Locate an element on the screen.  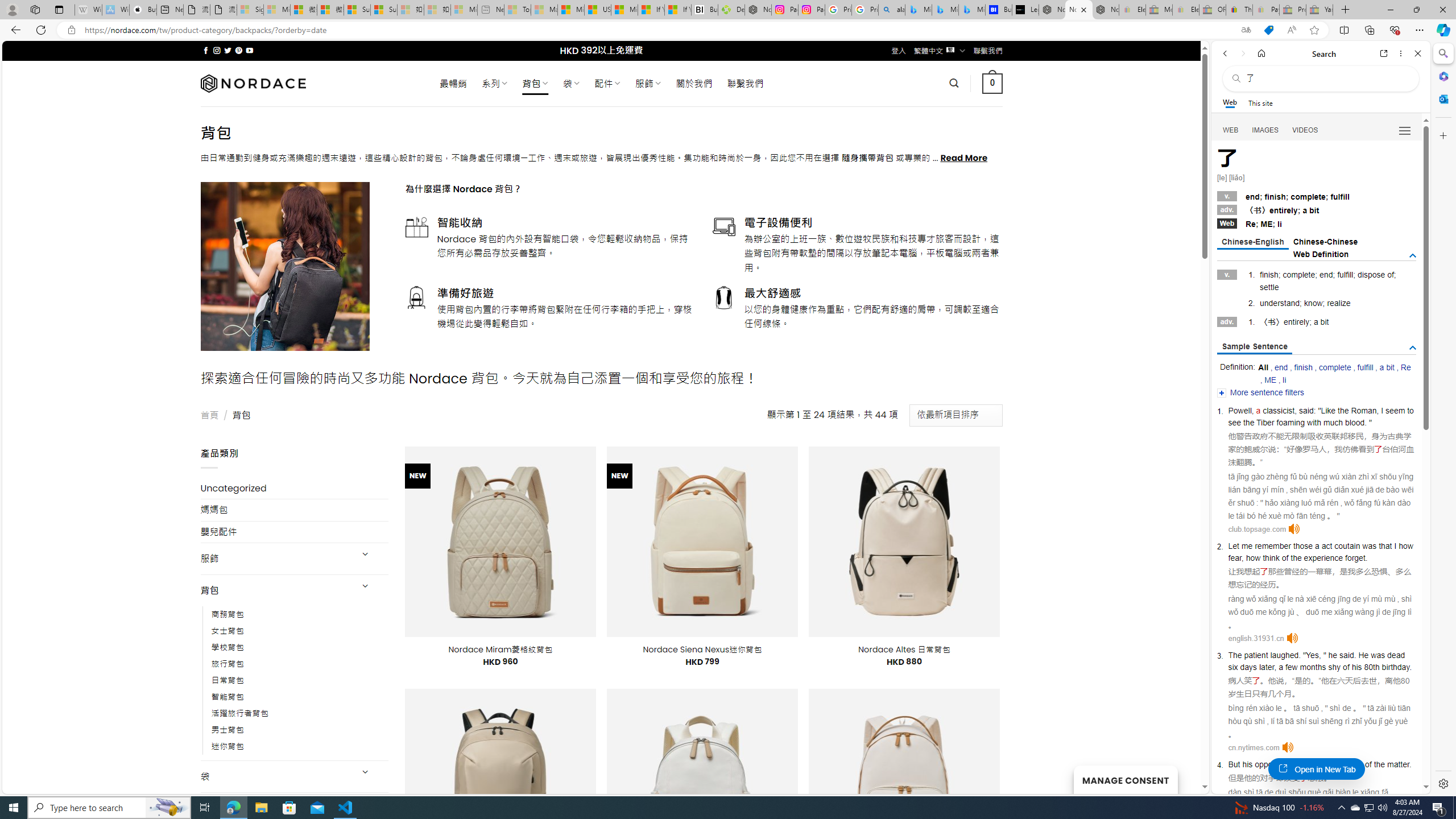
'club.topsage.com' is located at coordinates (1256, 529).